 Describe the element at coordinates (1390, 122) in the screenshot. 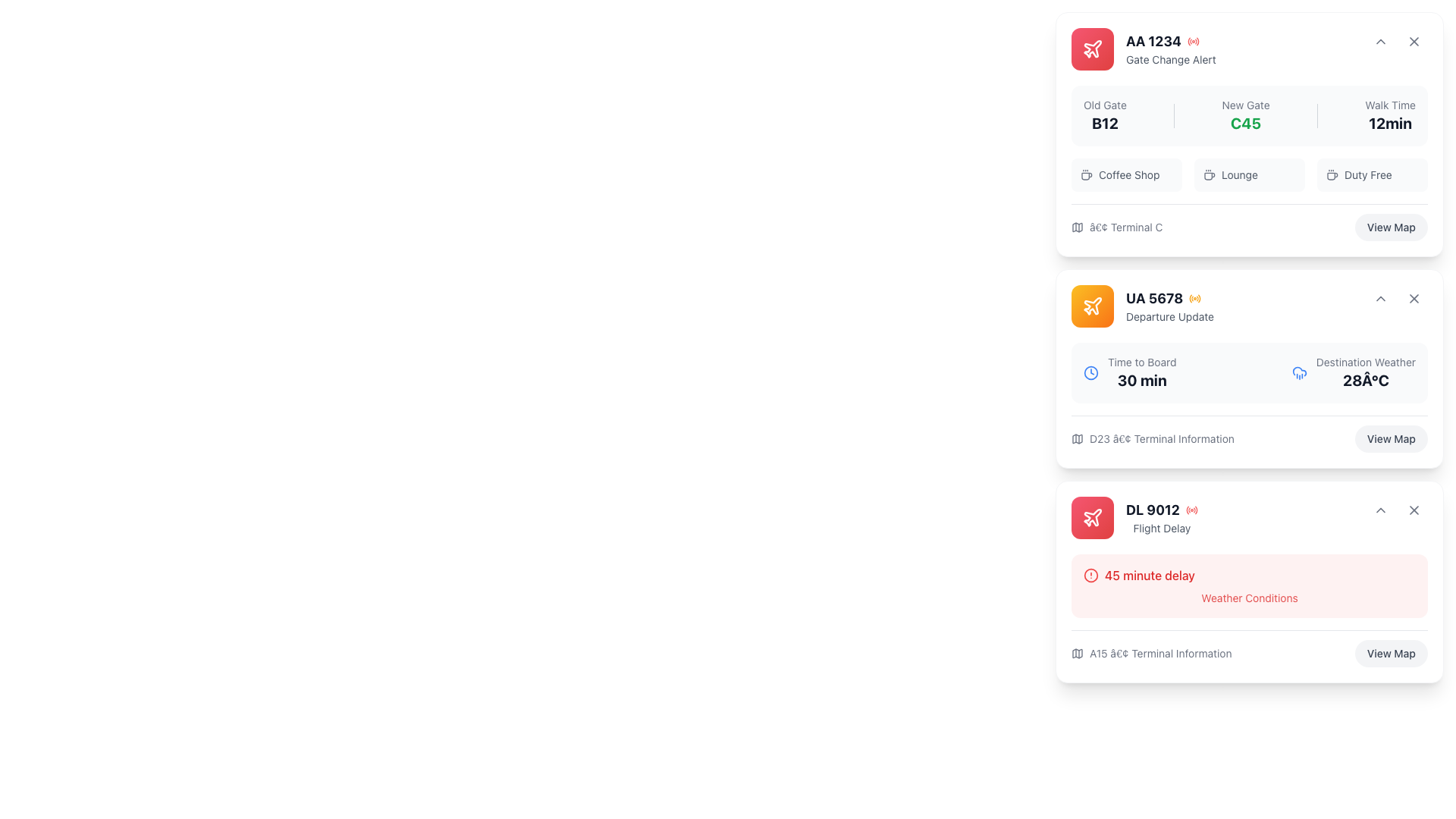

I see `text component indicating the estimated walking time to a specific location, located below the label 'Walk Time' in the top-right corner of the flight AA 1234 card` at that location.